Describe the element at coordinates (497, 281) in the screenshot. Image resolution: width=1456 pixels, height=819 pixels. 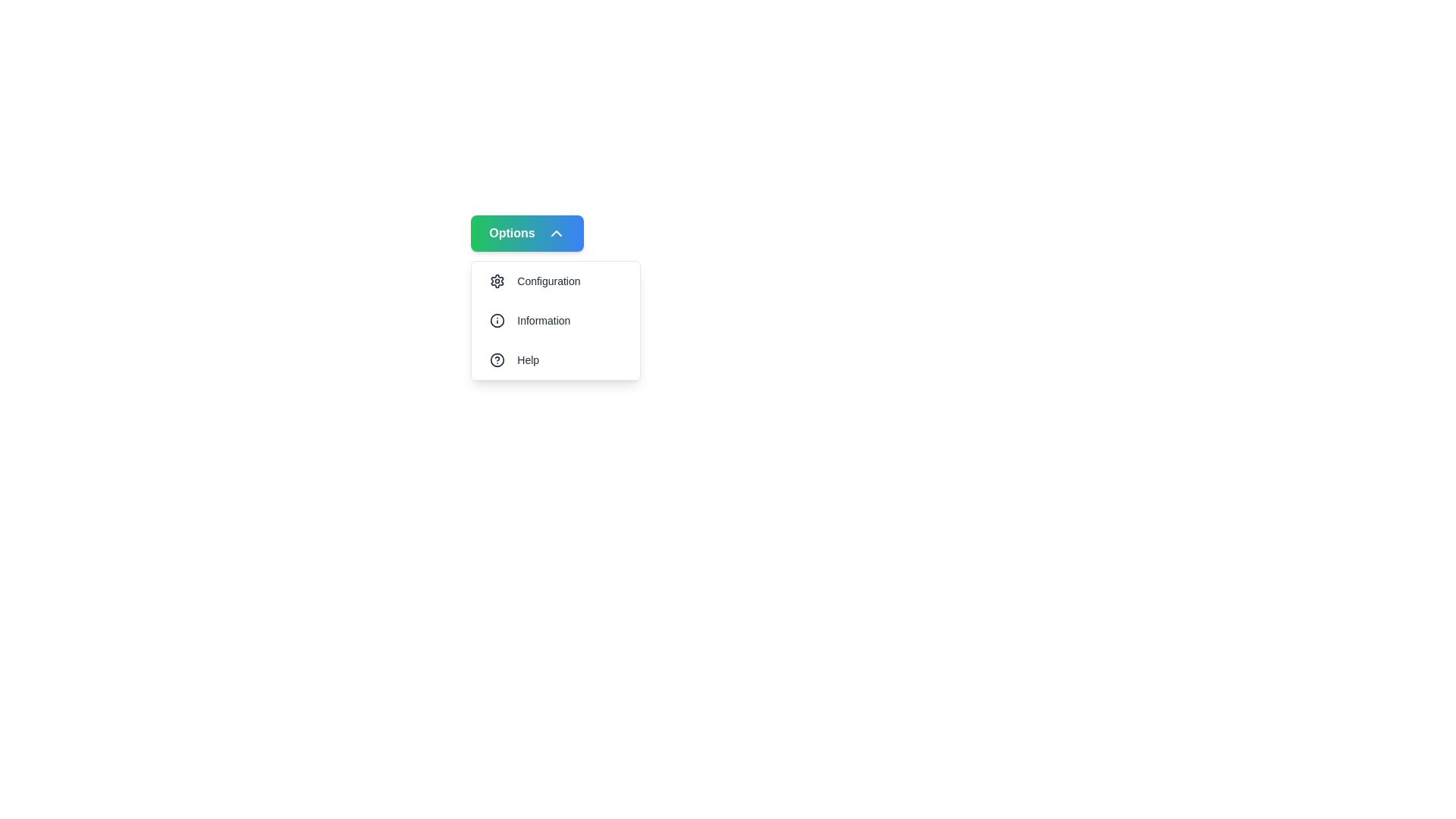
I see `the configuration icon located at the left side of the 'Configuration' text in the dropdown menu under the 'Options' button` at that location.